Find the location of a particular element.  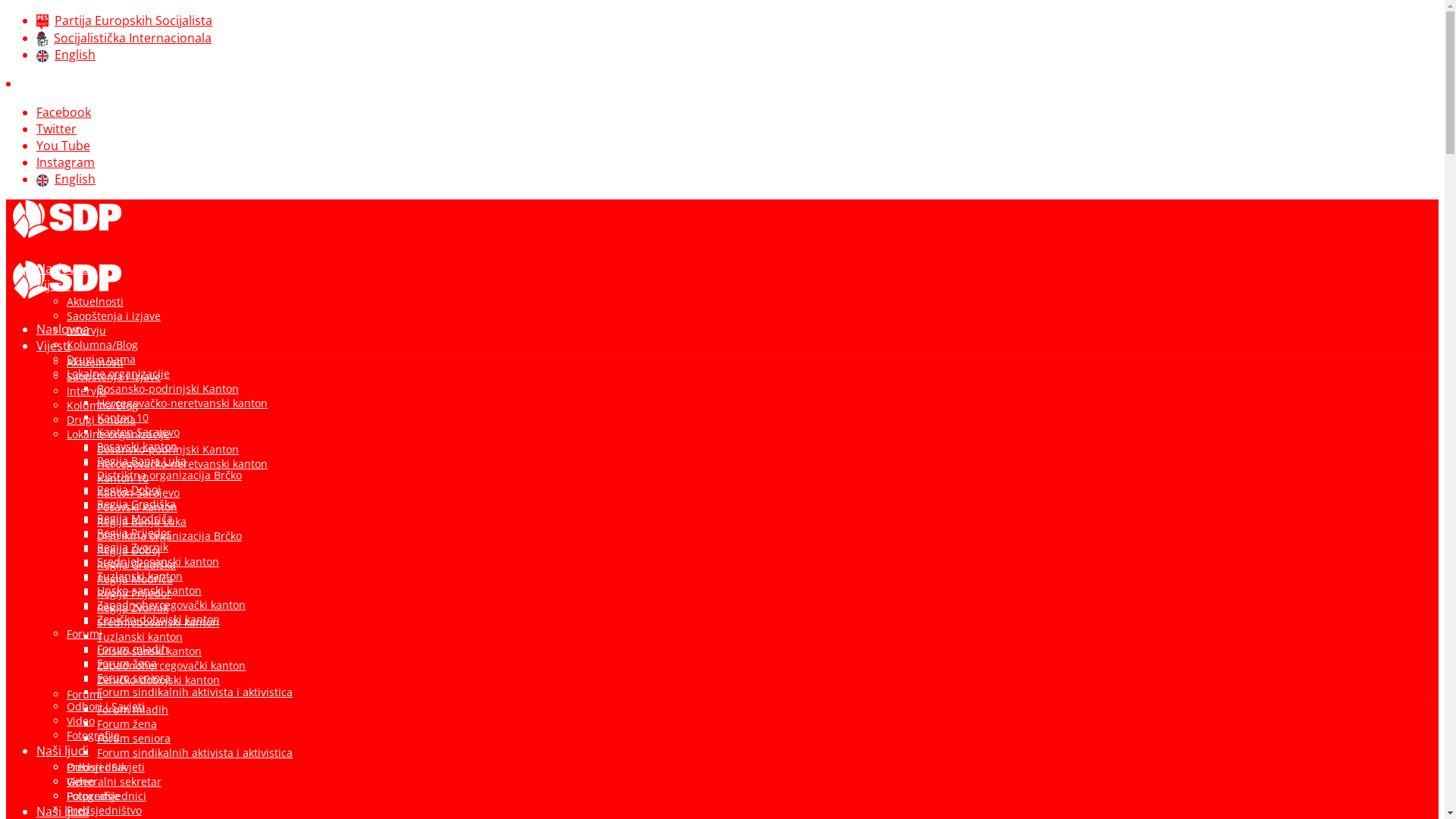

'Intervju' is located at coordinates (86, 390).